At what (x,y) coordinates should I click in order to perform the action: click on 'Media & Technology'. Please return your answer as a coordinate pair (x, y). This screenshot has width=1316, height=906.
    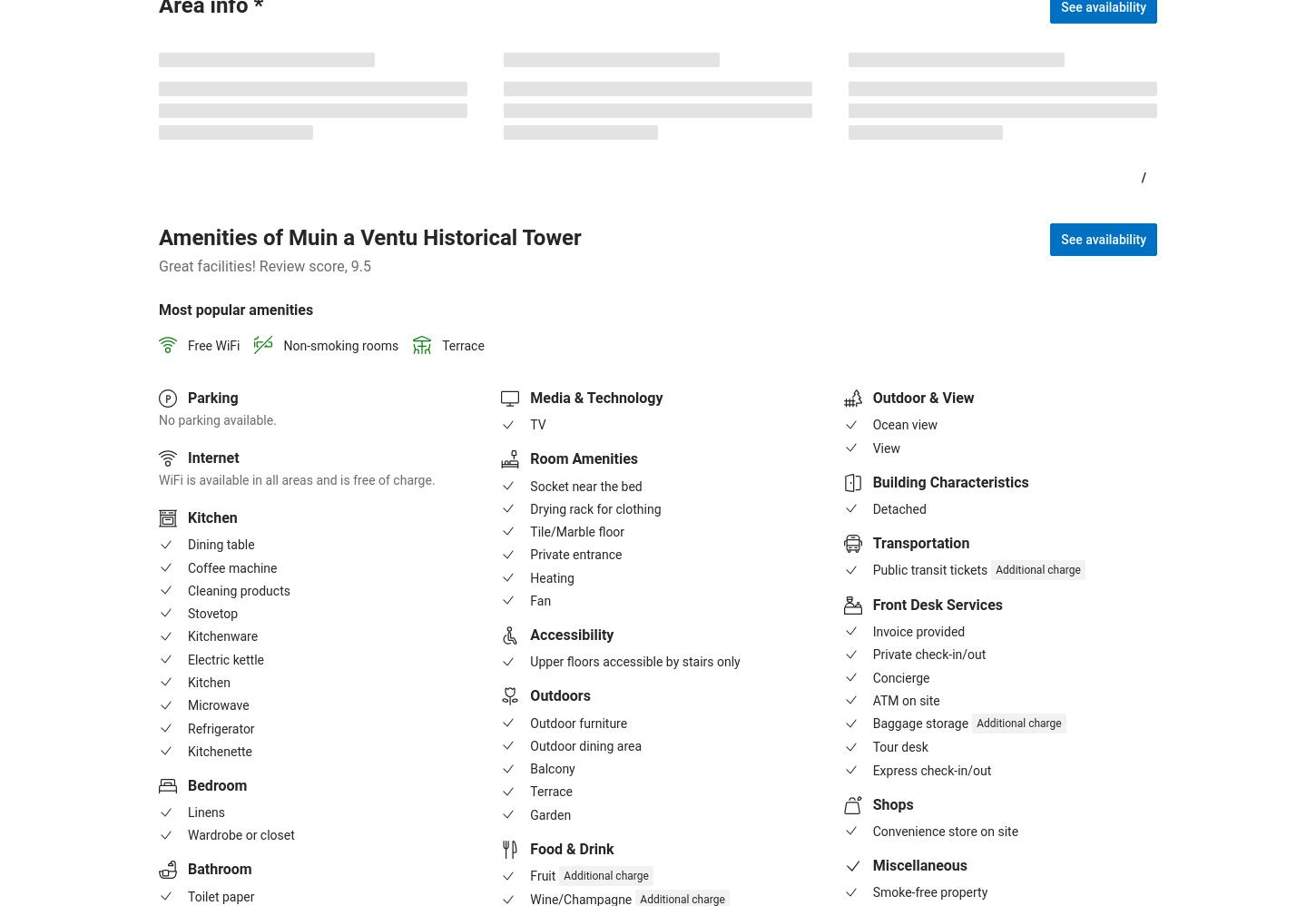
    Looking at the image, I should click on (530, 397).